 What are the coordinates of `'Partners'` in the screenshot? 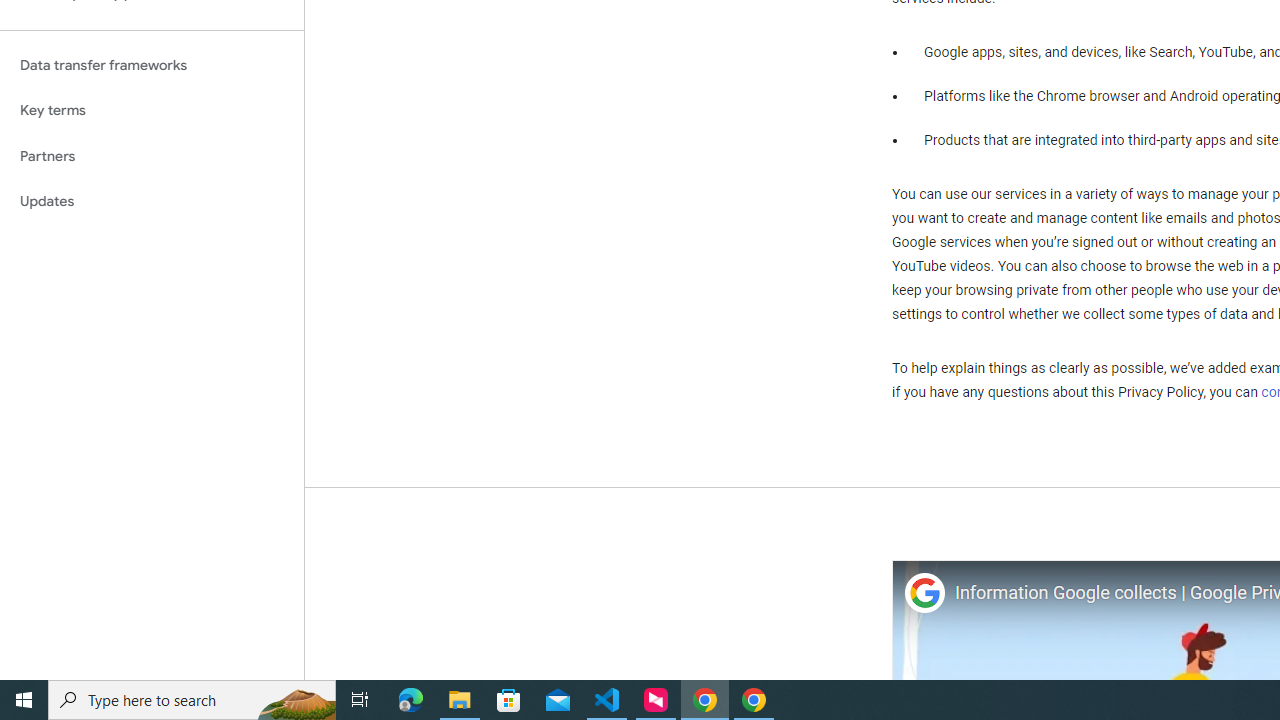 It's located at (151, 155).